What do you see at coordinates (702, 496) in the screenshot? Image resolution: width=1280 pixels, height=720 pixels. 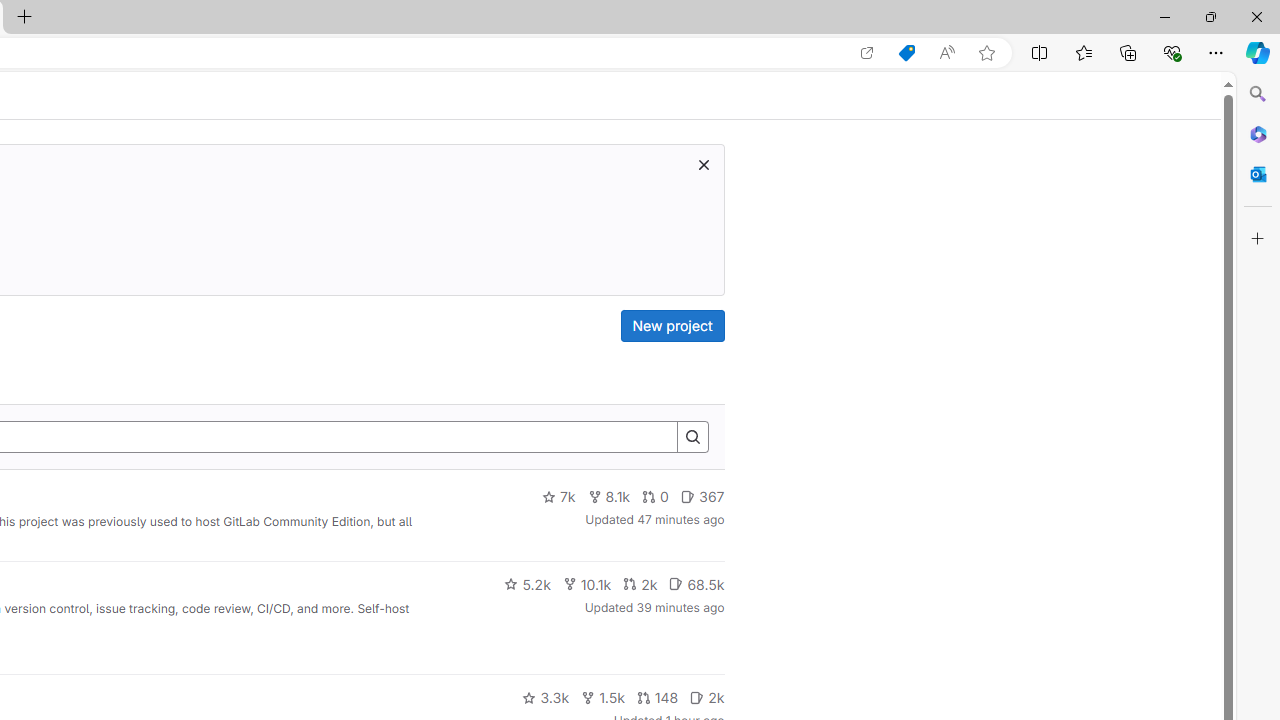 I see `'367'` at bounding box center [702, 496].